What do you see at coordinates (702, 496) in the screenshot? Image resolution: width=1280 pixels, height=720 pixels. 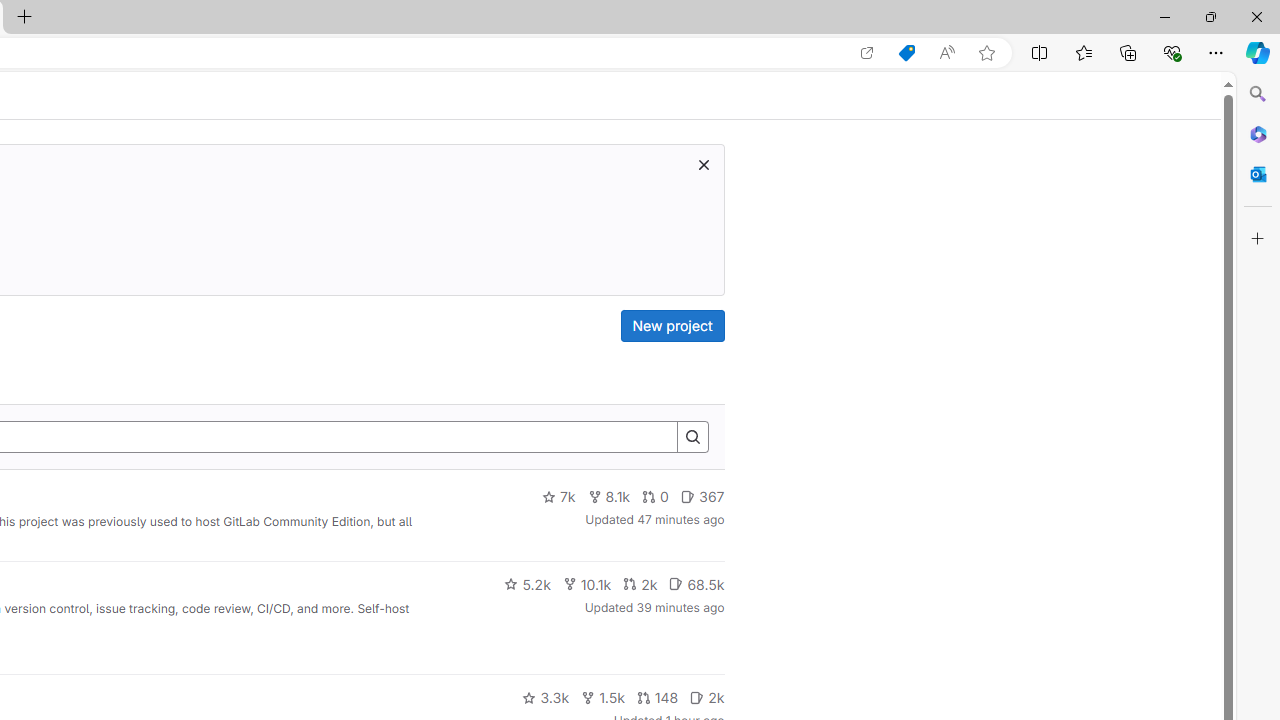 I see `'367'` at bounding box center [702, 496].